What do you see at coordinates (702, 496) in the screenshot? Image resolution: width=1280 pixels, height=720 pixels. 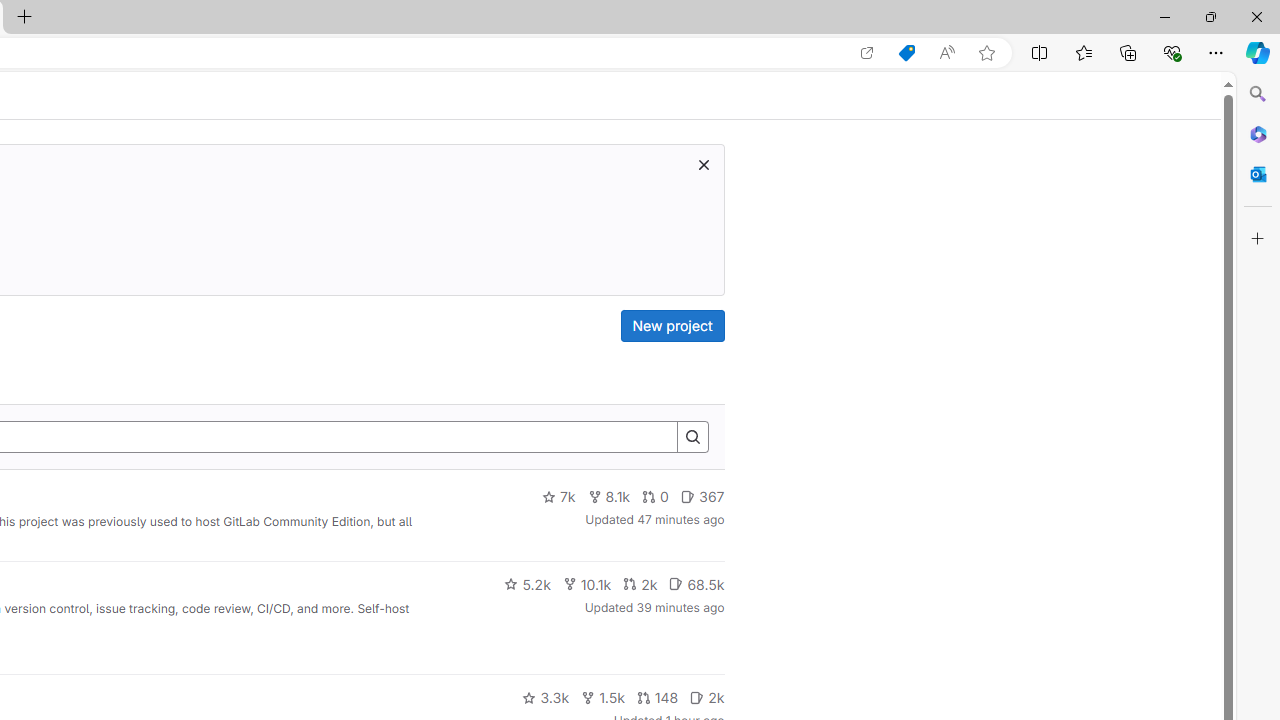 I see `'367'` at bounding box center [702, 496].